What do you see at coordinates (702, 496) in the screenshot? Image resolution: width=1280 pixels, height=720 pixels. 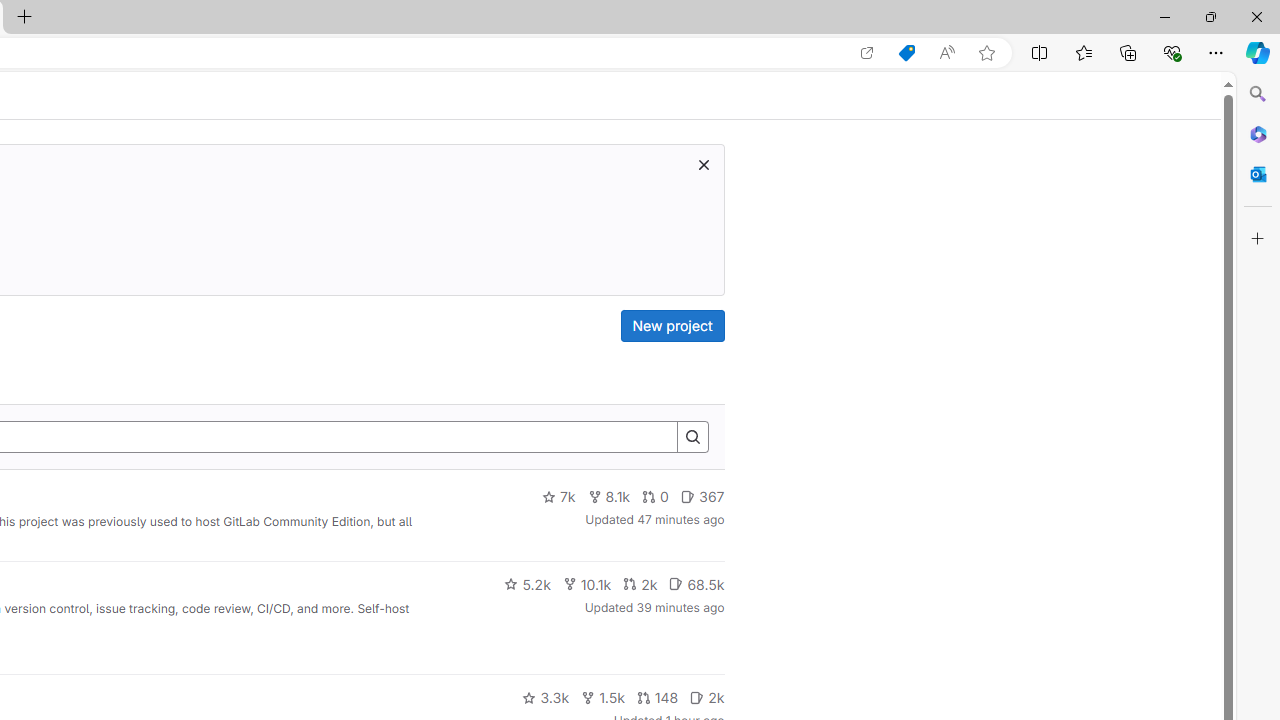 I see `'367'` at bounding box center [702, 496].